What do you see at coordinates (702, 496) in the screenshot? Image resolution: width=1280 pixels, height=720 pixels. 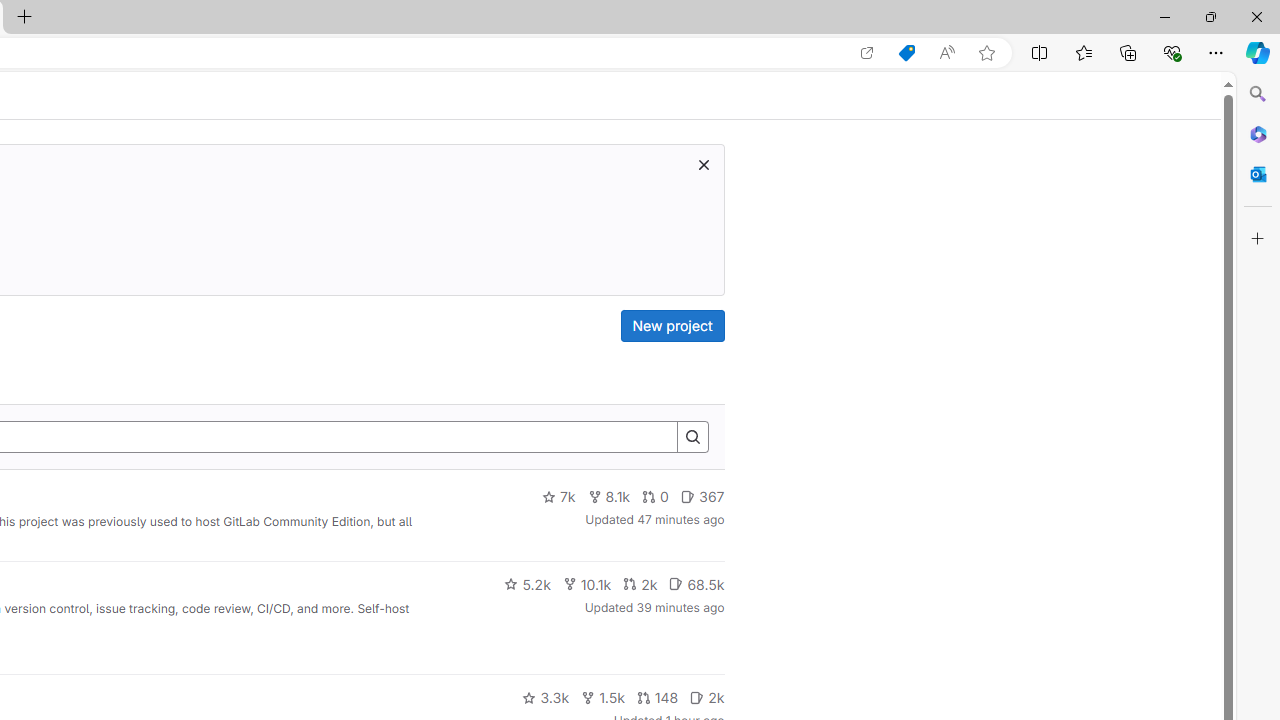 I see `'367'` at bounding box center [702, 496].